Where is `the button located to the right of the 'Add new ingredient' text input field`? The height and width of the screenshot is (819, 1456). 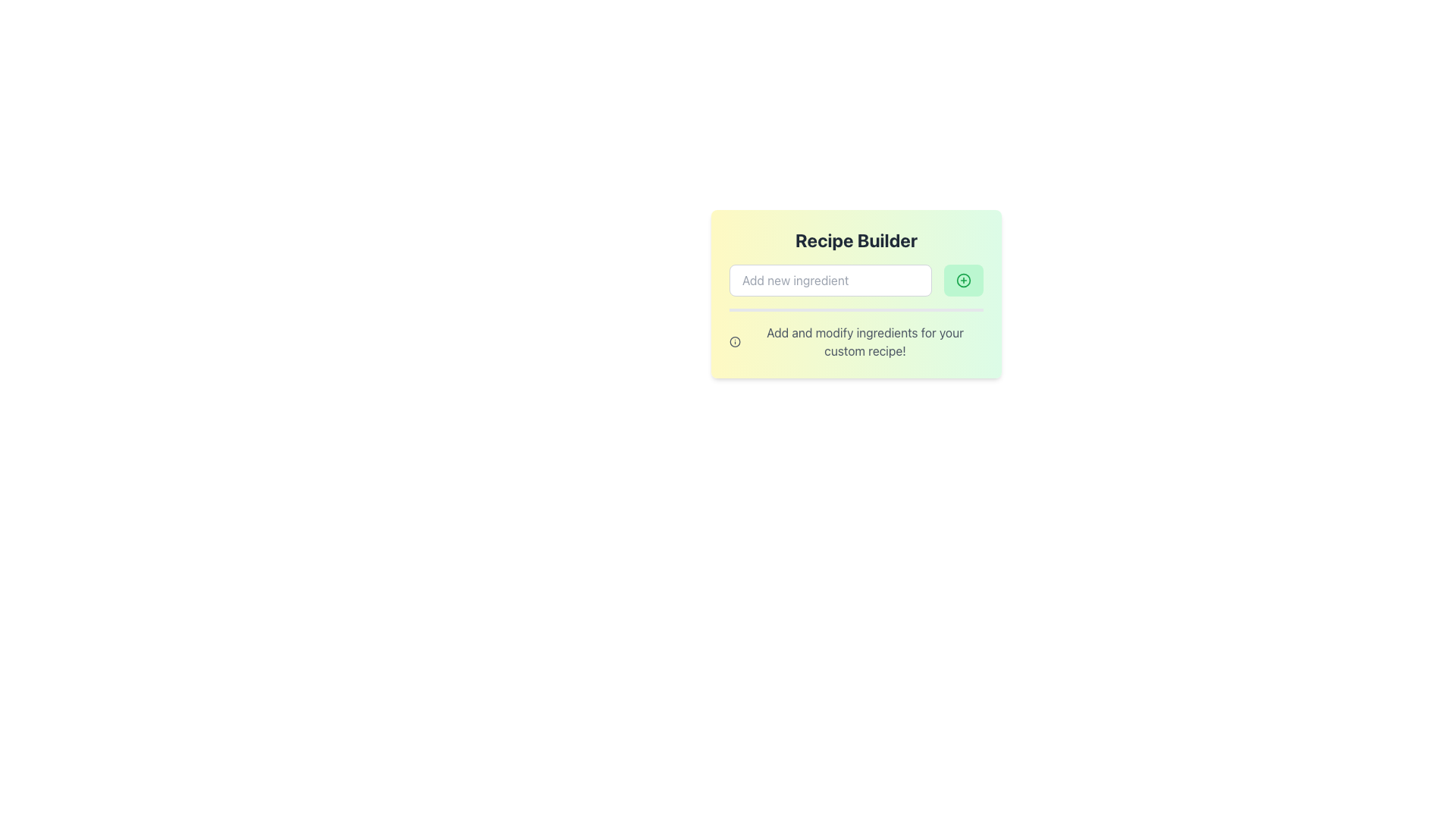 the button located to the right of the 'Add new ingredient' text input field is located at coordinates (963, 281).